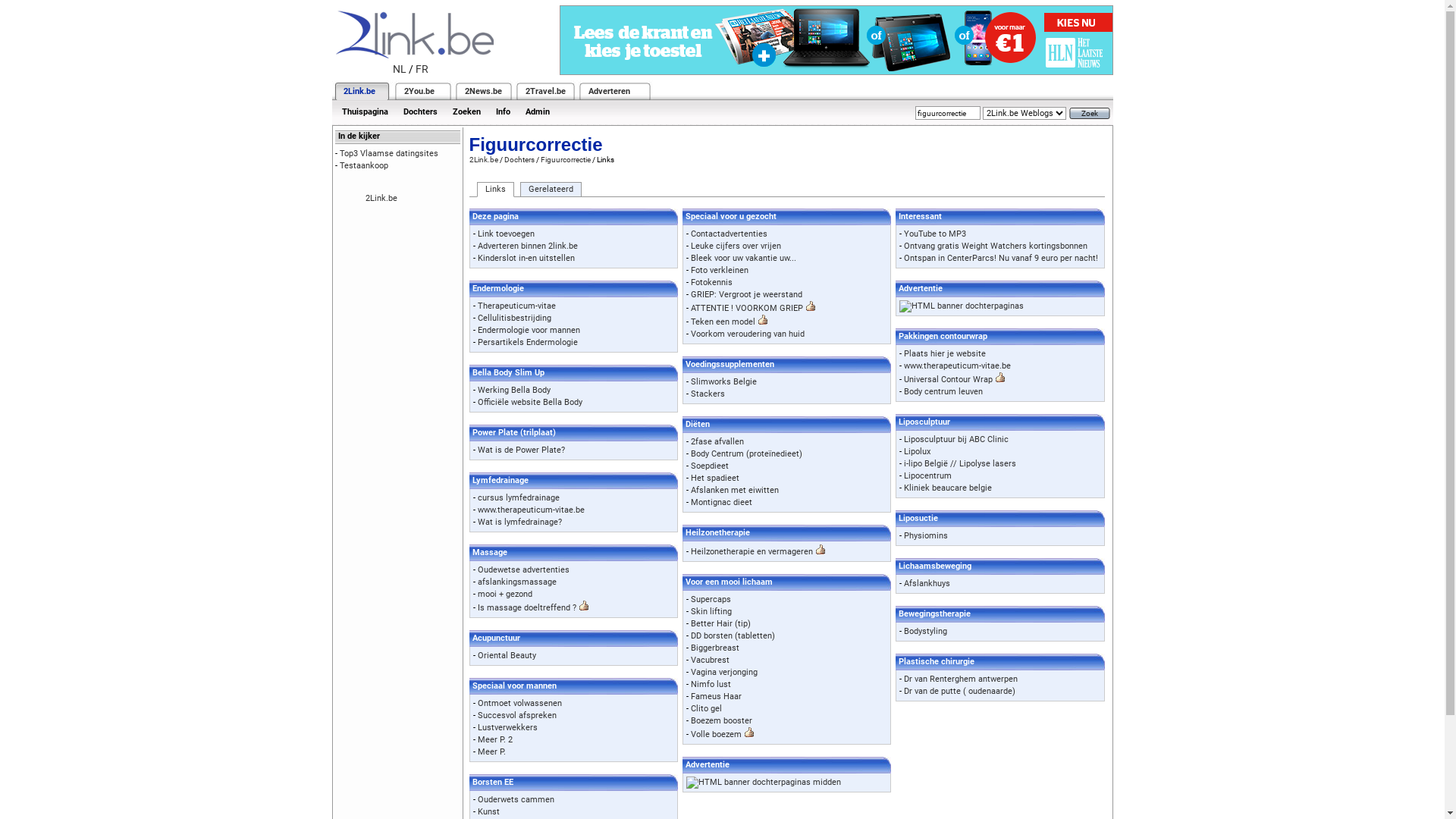  Describe the element at coordinates (996, 245) in the screenshot. I see `'Ontvang gratis Weight Watchers kortingsbonnen'` at that location.